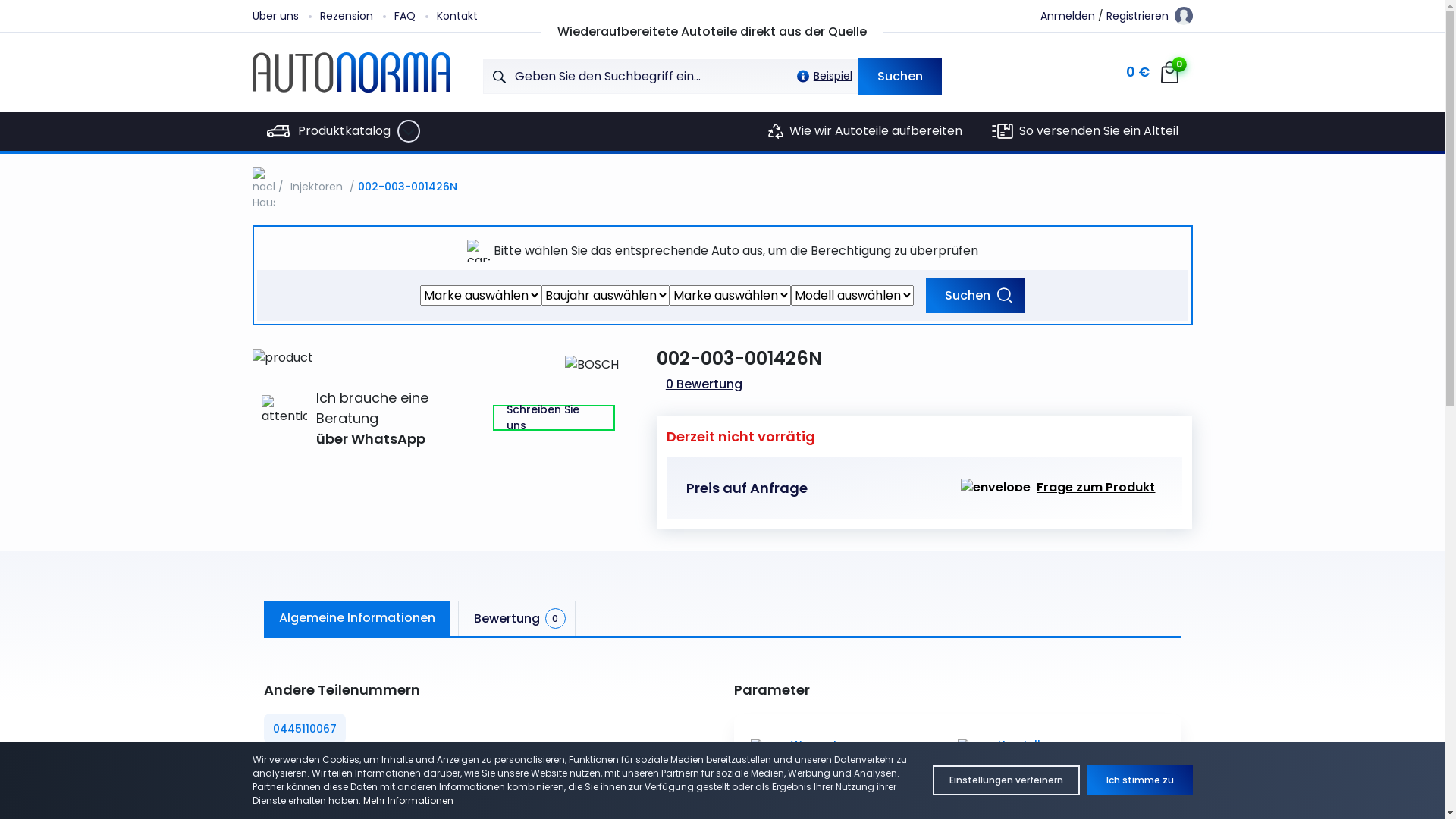 This screenshot has height=819, width=1456. What do you see at coordinates (931, 780) in the screenshot?
I see `'Einstellungen verfeinern'` at bounding box center [931, 780].